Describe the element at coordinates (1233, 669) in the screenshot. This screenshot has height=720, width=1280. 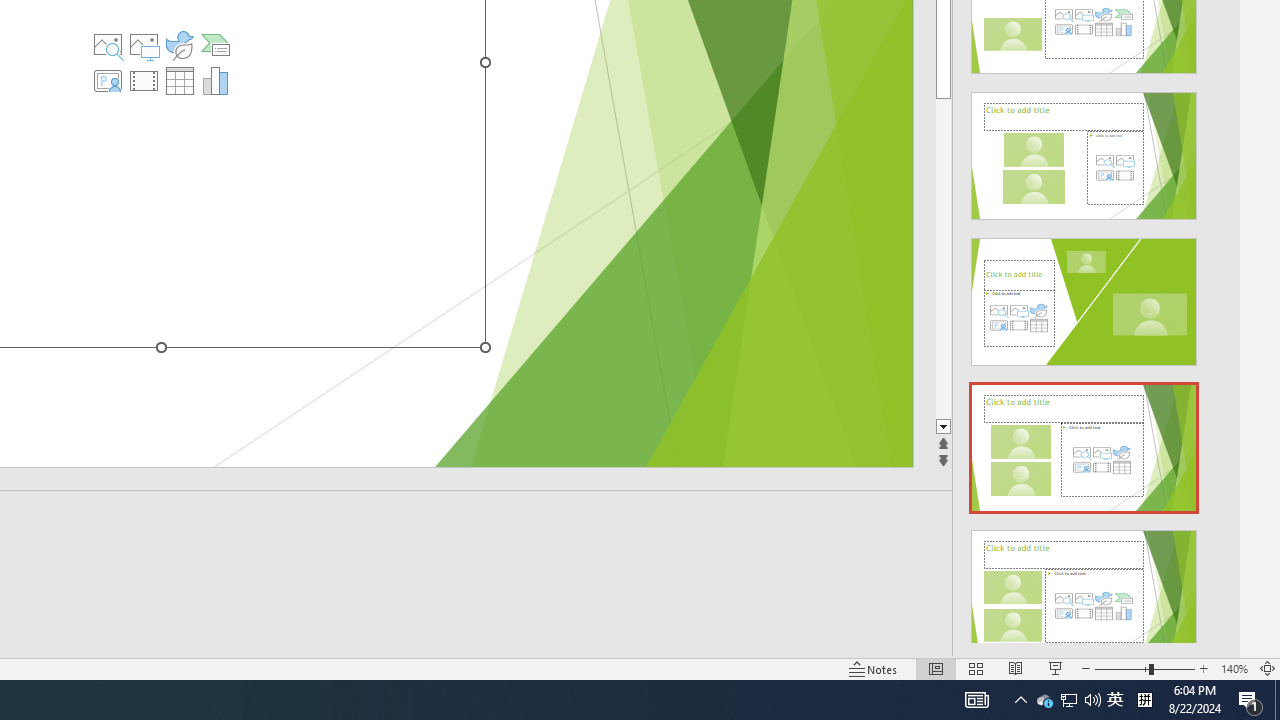
I see `'Zoom 140%'` at that location.